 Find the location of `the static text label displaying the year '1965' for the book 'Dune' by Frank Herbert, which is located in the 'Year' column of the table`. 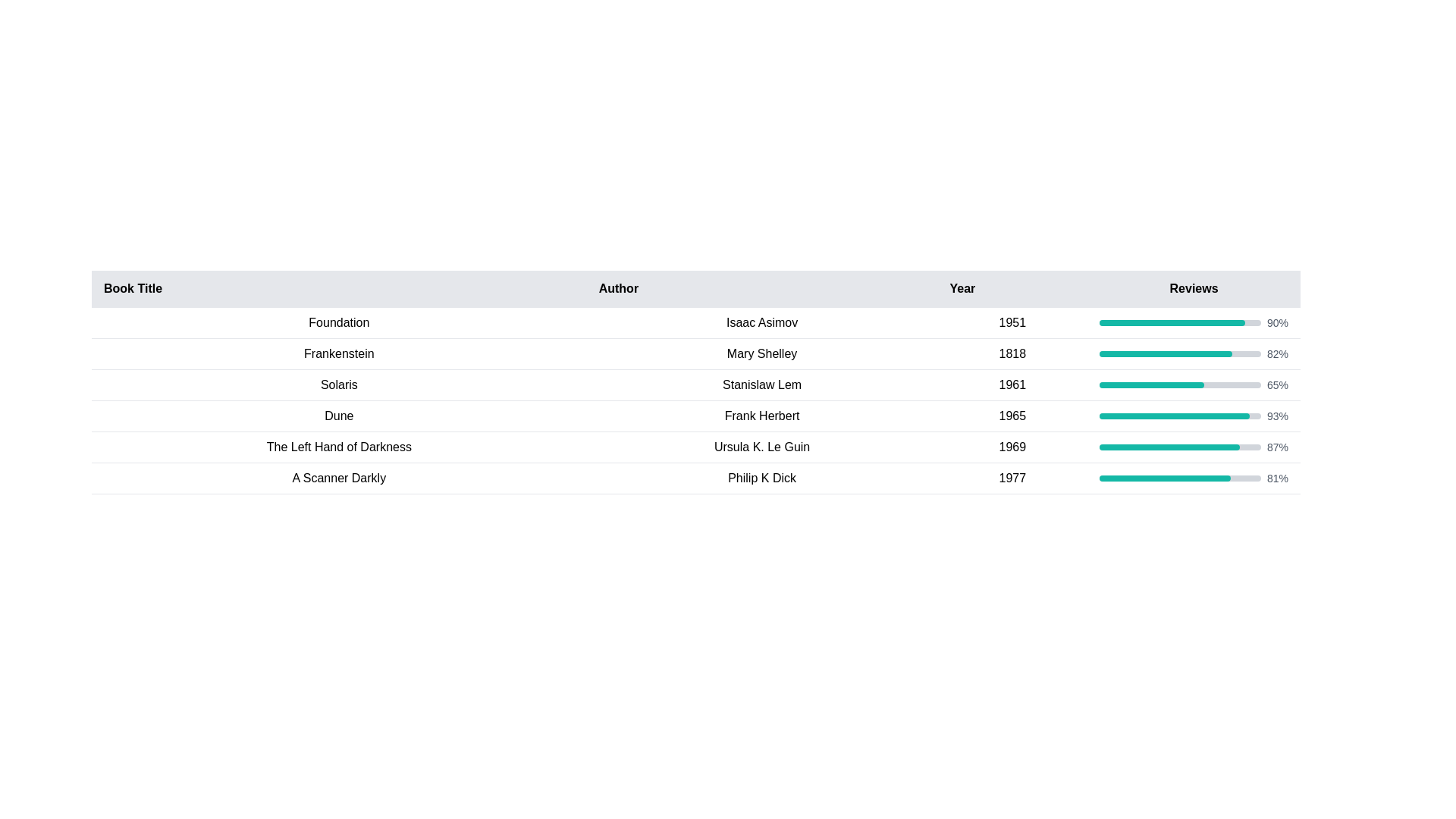

the static text label displaying the year '1965' for the book 'Dune' by Frank Herbert, which is located in the 'Year' column of the table is located at coordinates (1012, 416).